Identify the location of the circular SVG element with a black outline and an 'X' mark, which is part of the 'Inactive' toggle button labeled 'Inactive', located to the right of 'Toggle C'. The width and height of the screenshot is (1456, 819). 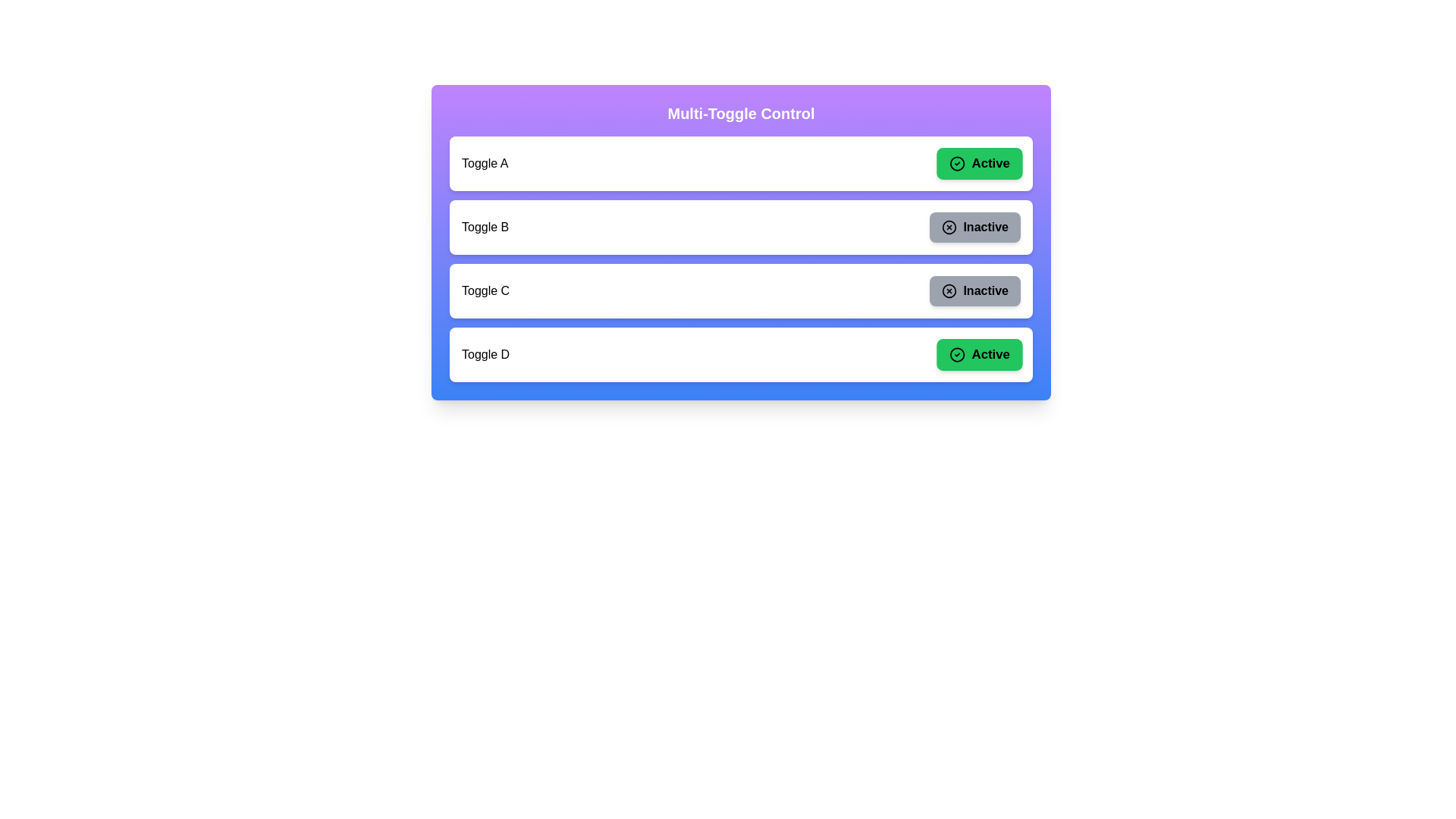
(949, 291).